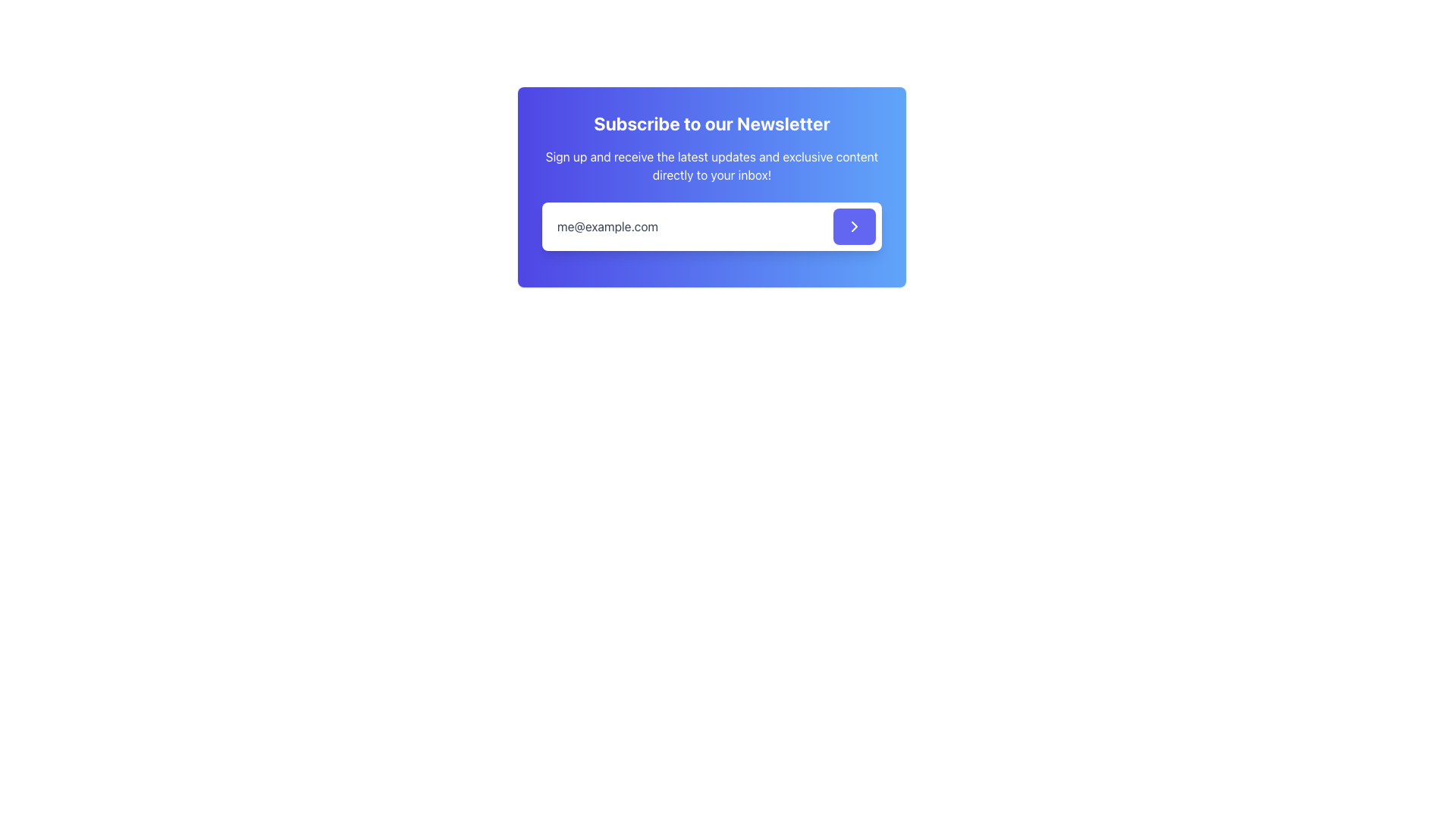 This screenshot has height=819, width=1456. Describe the element at coordinates (855, 227) in the screenshot. I see `the chevron icon located within the teal-colored rounded-button styled area` at that location.